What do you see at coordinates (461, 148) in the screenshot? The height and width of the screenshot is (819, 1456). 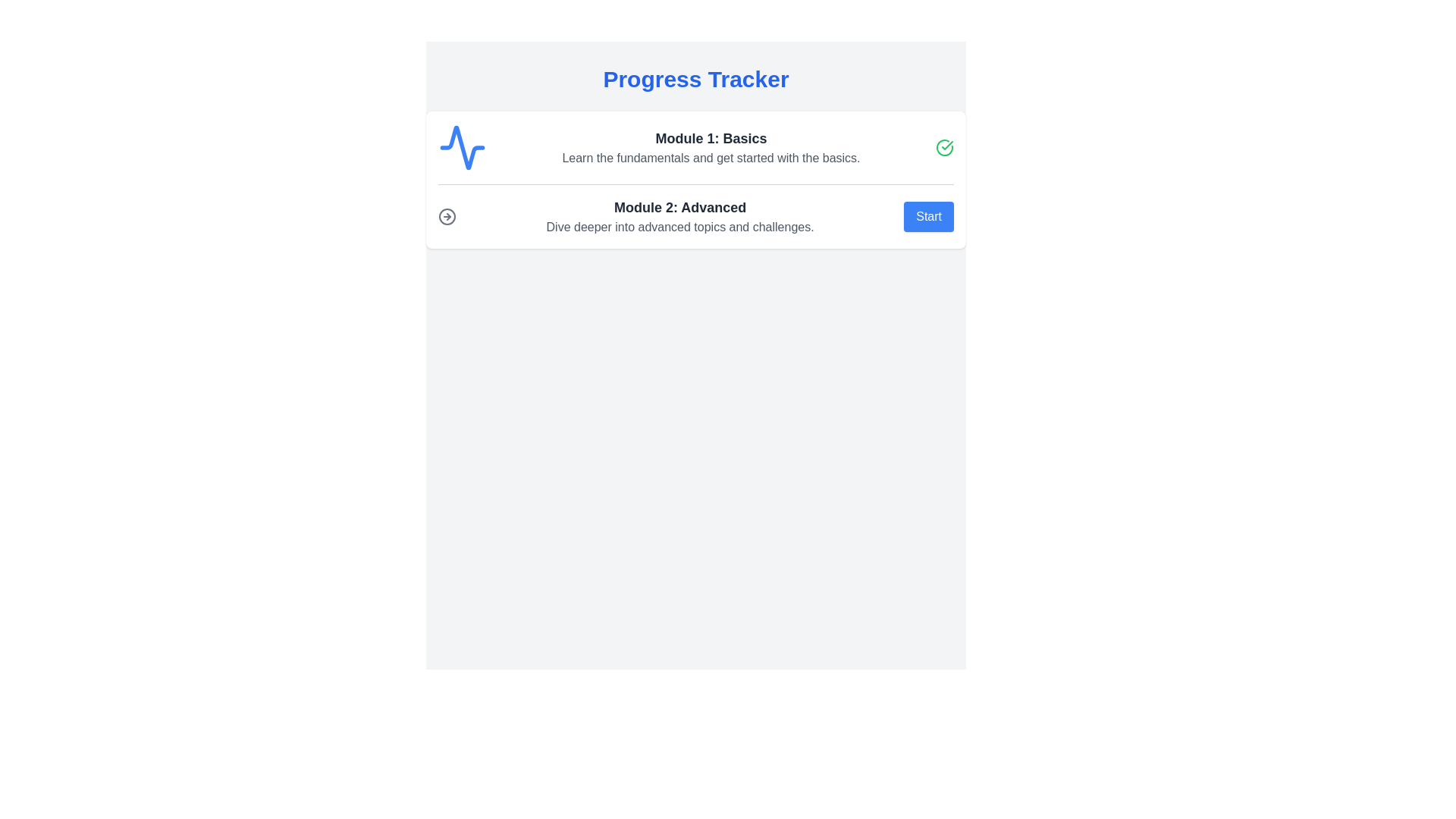 I see `the icon that symbolizes 'Module 1: Basics', located to the far left of the horizontal group in the top row of the progress tracker list` at bounding box center [461, 148].